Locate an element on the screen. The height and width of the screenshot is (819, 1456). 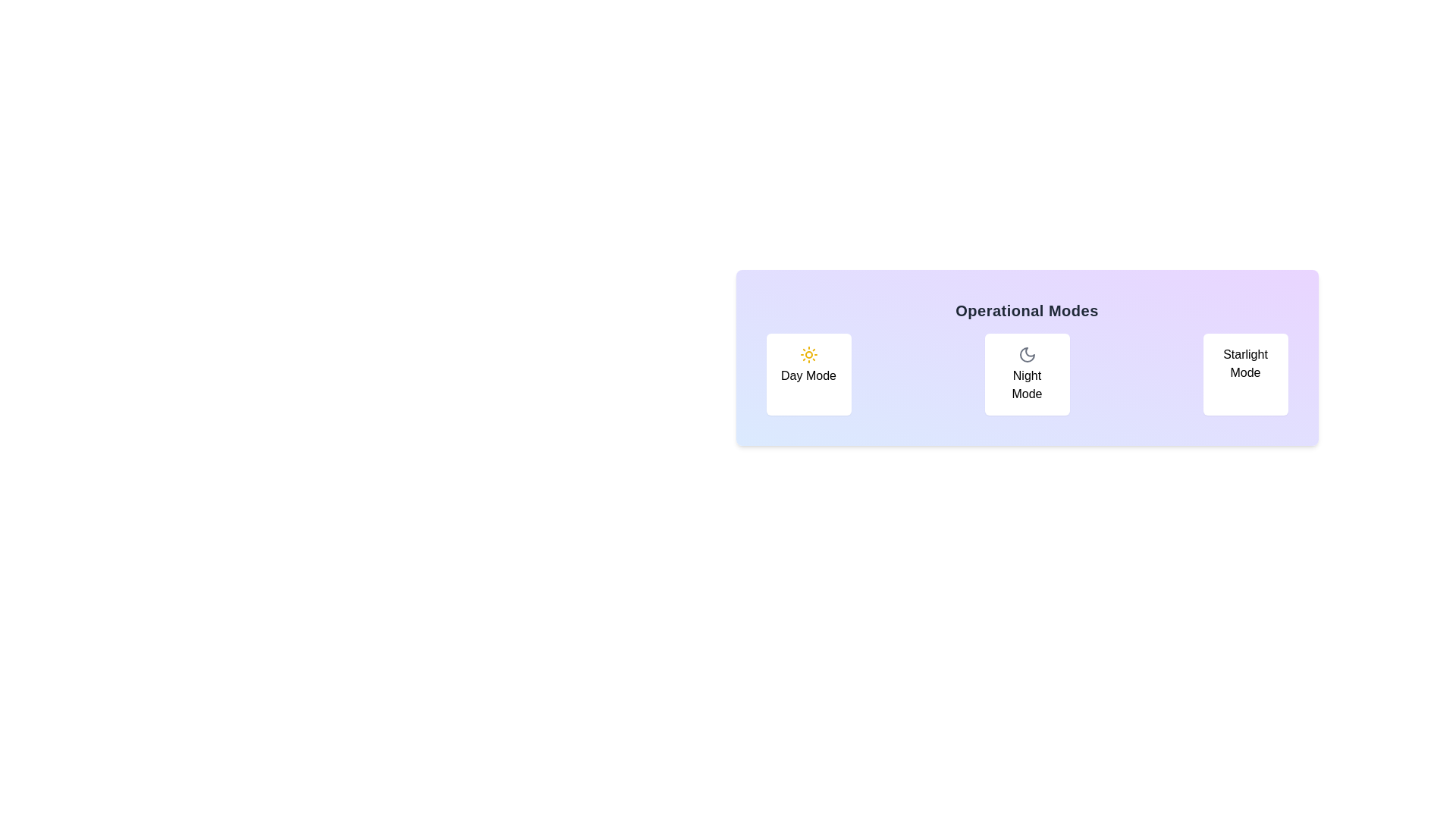
the button labeled Starlight Mode to observe the hover effect is located at coordinates (1245, 374).